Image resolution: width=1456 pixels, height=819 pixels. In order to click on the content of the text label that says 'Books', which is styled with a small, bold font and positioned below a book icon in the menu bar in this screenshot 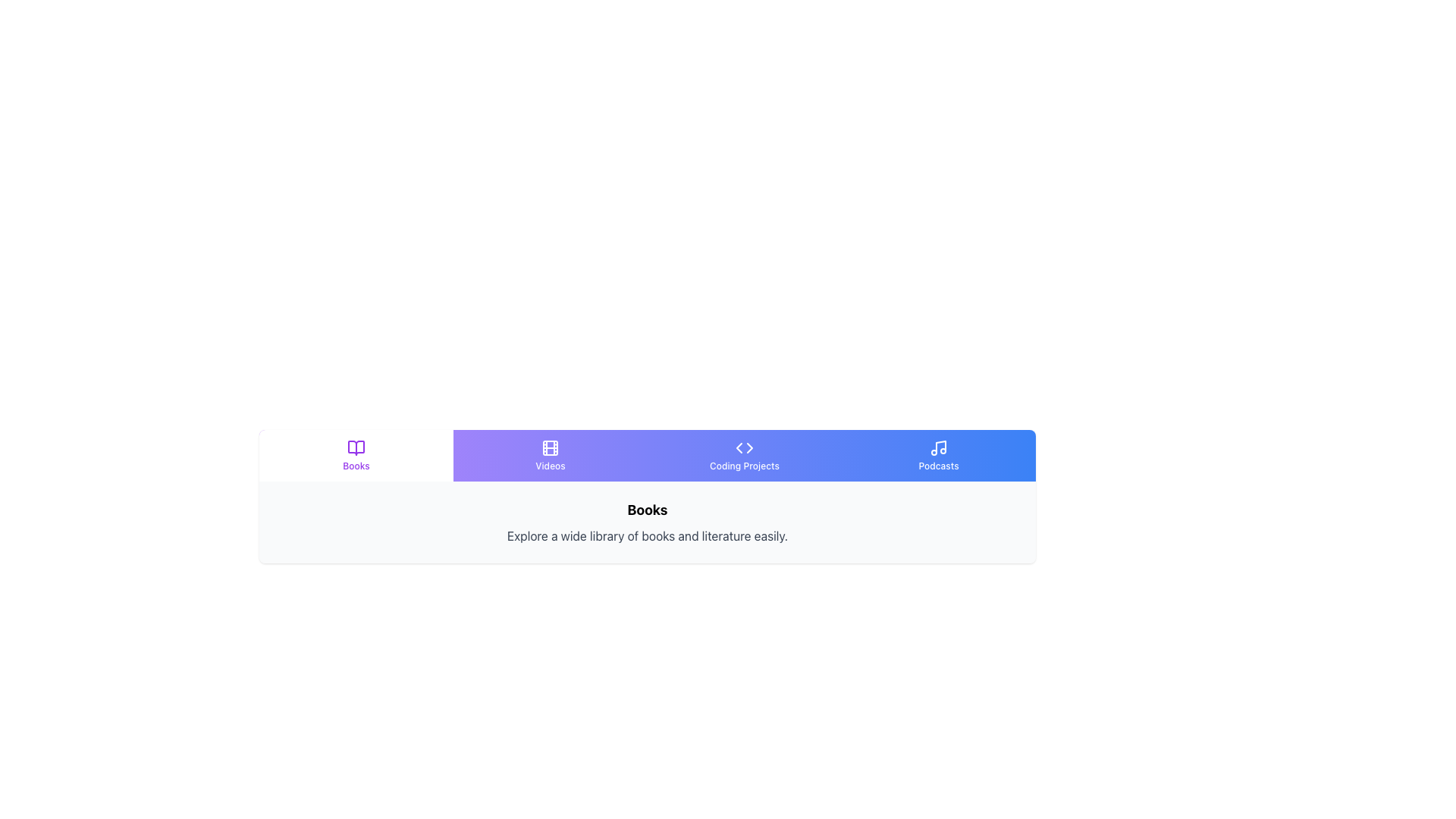, I will do `click(356, 465)`.